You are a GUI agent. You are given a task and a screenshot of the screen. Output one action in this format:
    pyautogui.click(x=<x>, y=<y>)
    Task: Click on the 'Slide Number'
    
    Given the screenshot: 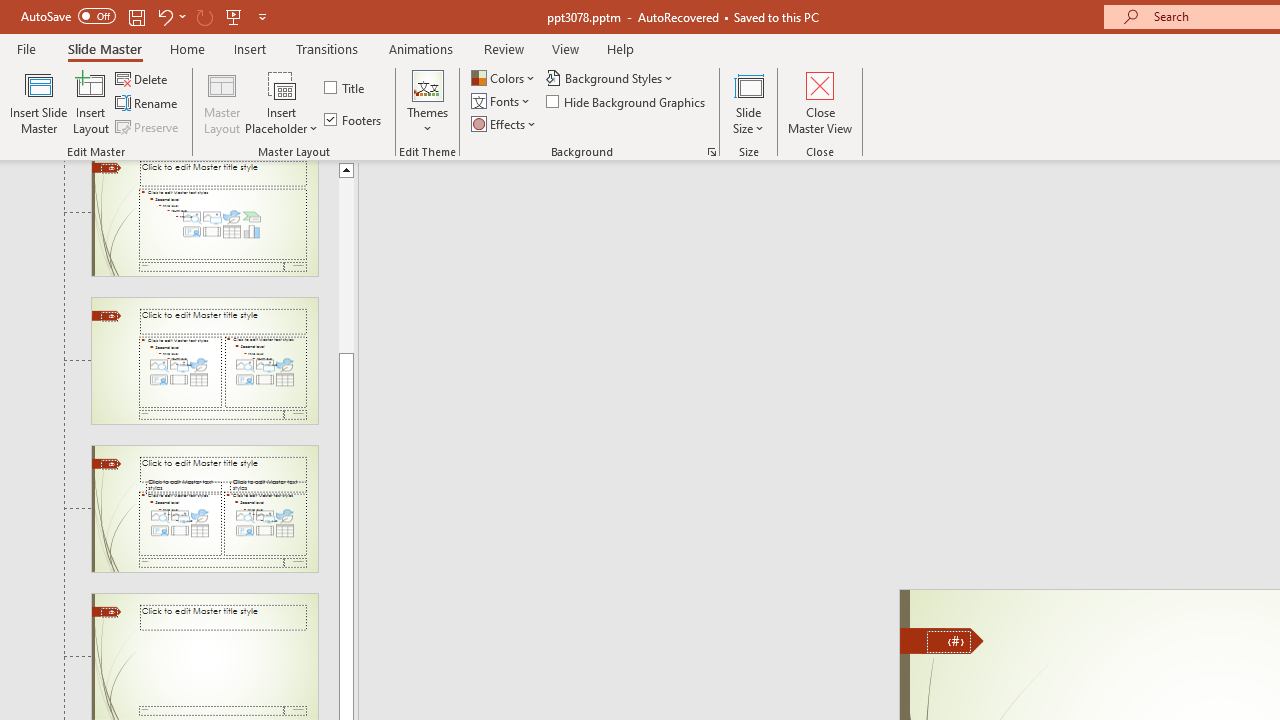 What is the action you would take?
    pyautogui.click(x=948, y=641)
    